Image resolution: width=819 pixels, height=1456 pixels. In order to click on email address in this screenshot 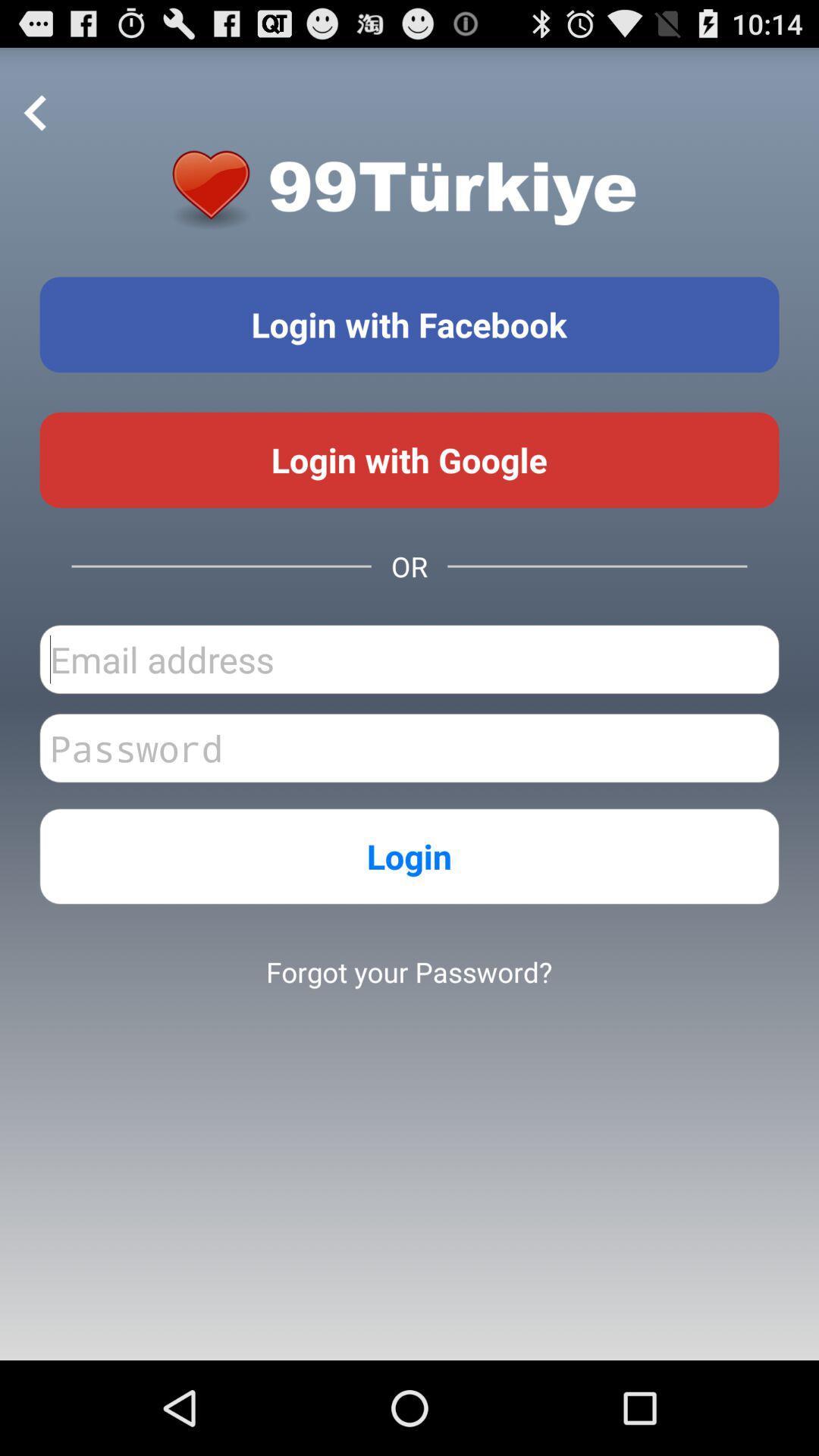, I will do `click(409, 659)`.